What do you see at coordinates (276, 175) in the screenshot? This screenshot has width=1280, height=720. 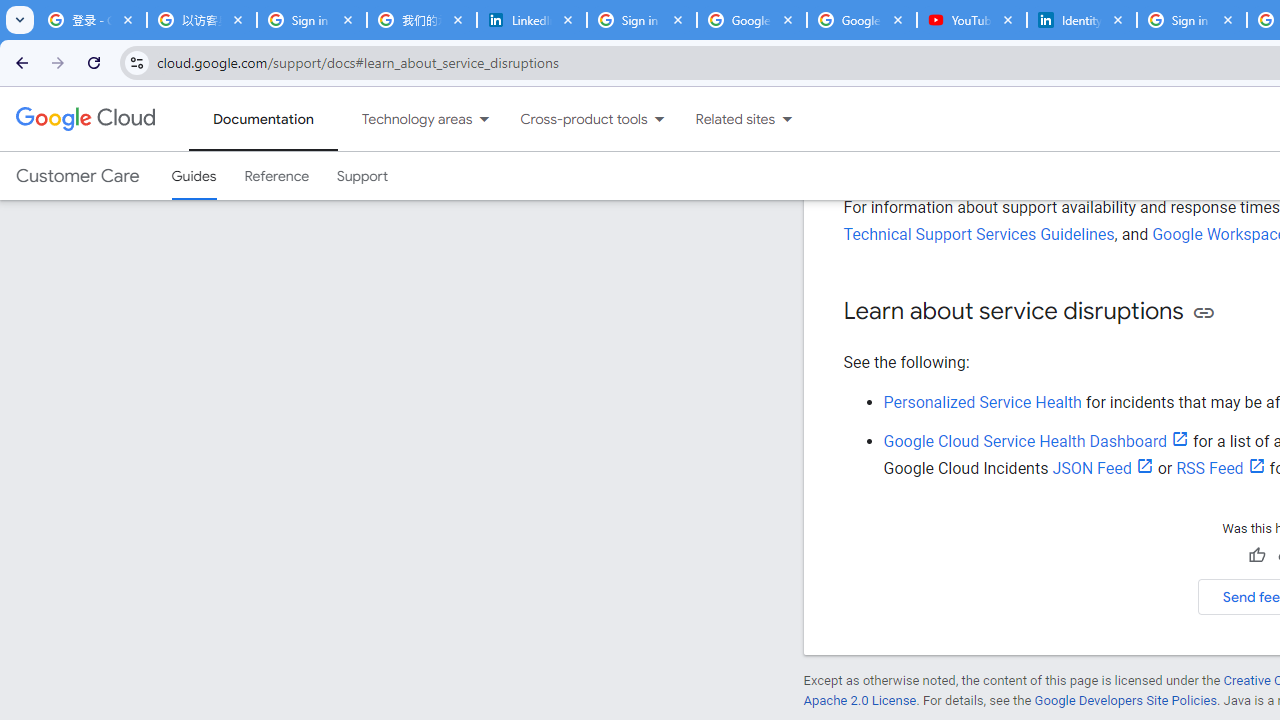 I see `'Reference'` at bounding box center [276, 175].